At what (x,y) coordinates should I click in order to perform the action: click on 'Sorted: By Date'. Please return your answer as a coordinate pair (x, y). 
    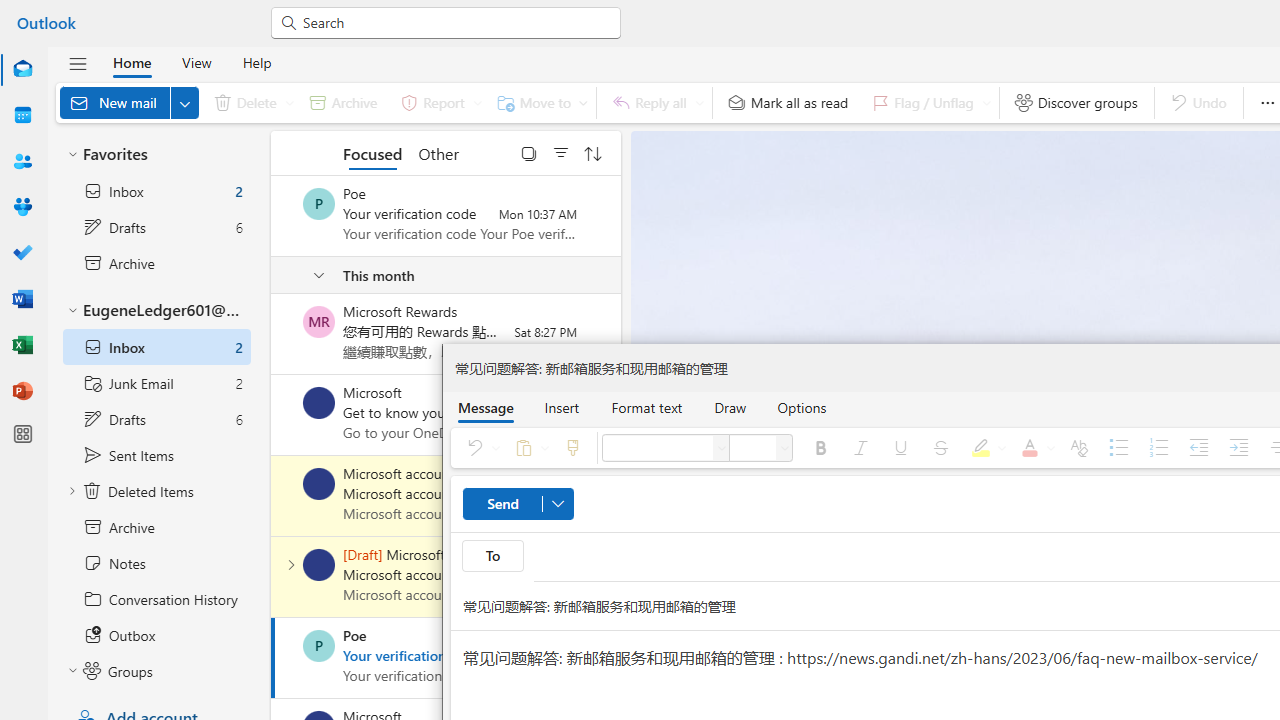
    Looking at the image, I should click on (592, 152).